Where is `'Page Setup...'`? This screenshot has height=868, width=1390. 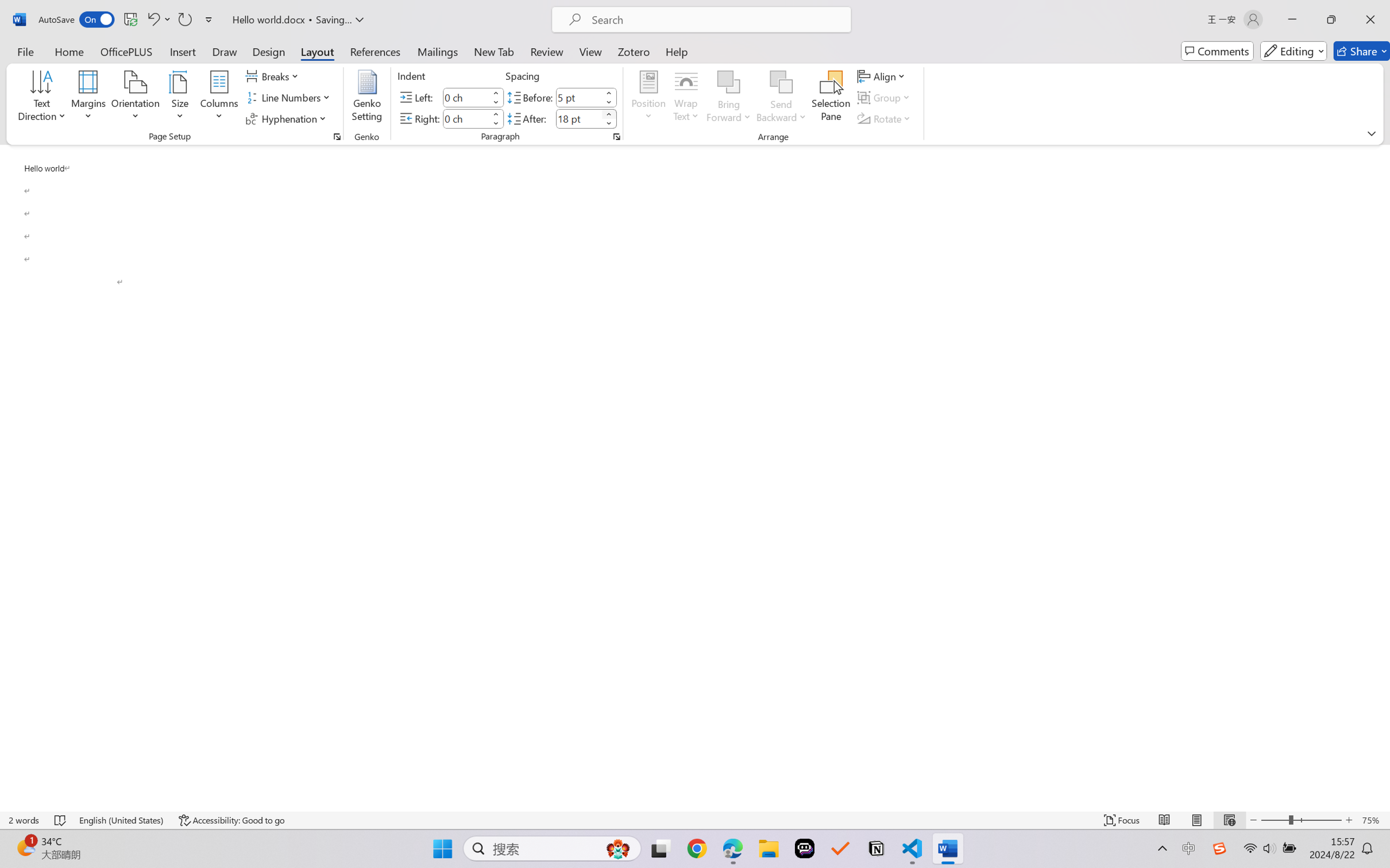 'Page Setup...' is located at coordinates (336, 136).